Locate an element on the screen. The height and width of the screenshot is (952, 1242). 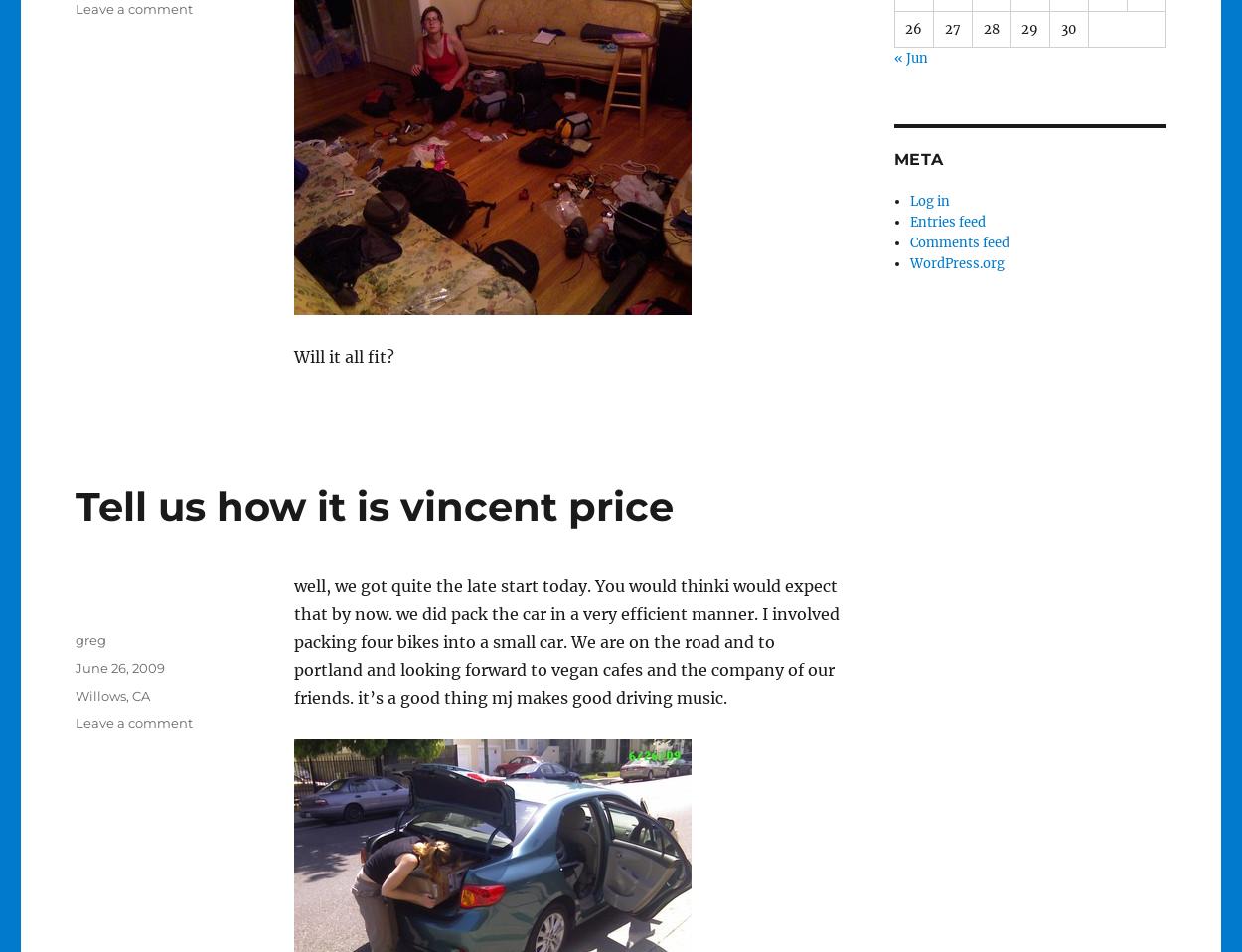
'28' is located at coordinates (982, 27).